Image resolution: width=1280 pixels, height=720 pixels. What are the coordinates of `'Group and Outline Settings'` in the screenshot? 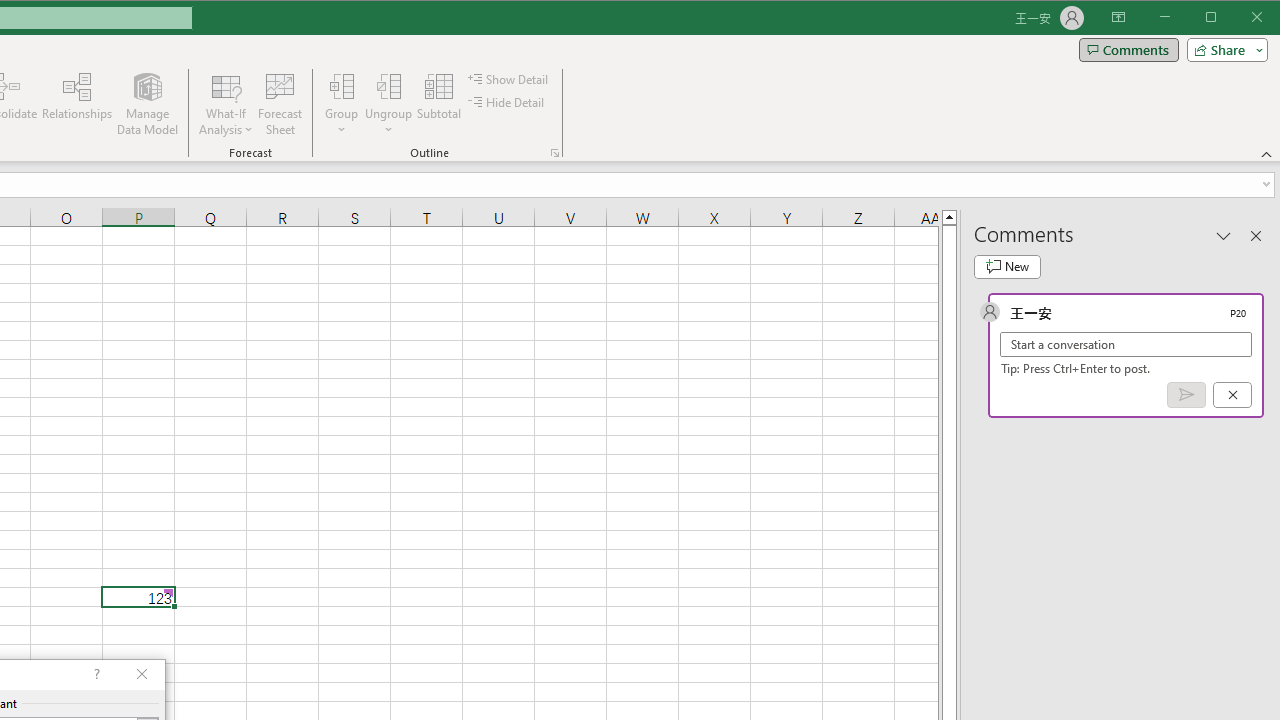 It's located at (554, 152).